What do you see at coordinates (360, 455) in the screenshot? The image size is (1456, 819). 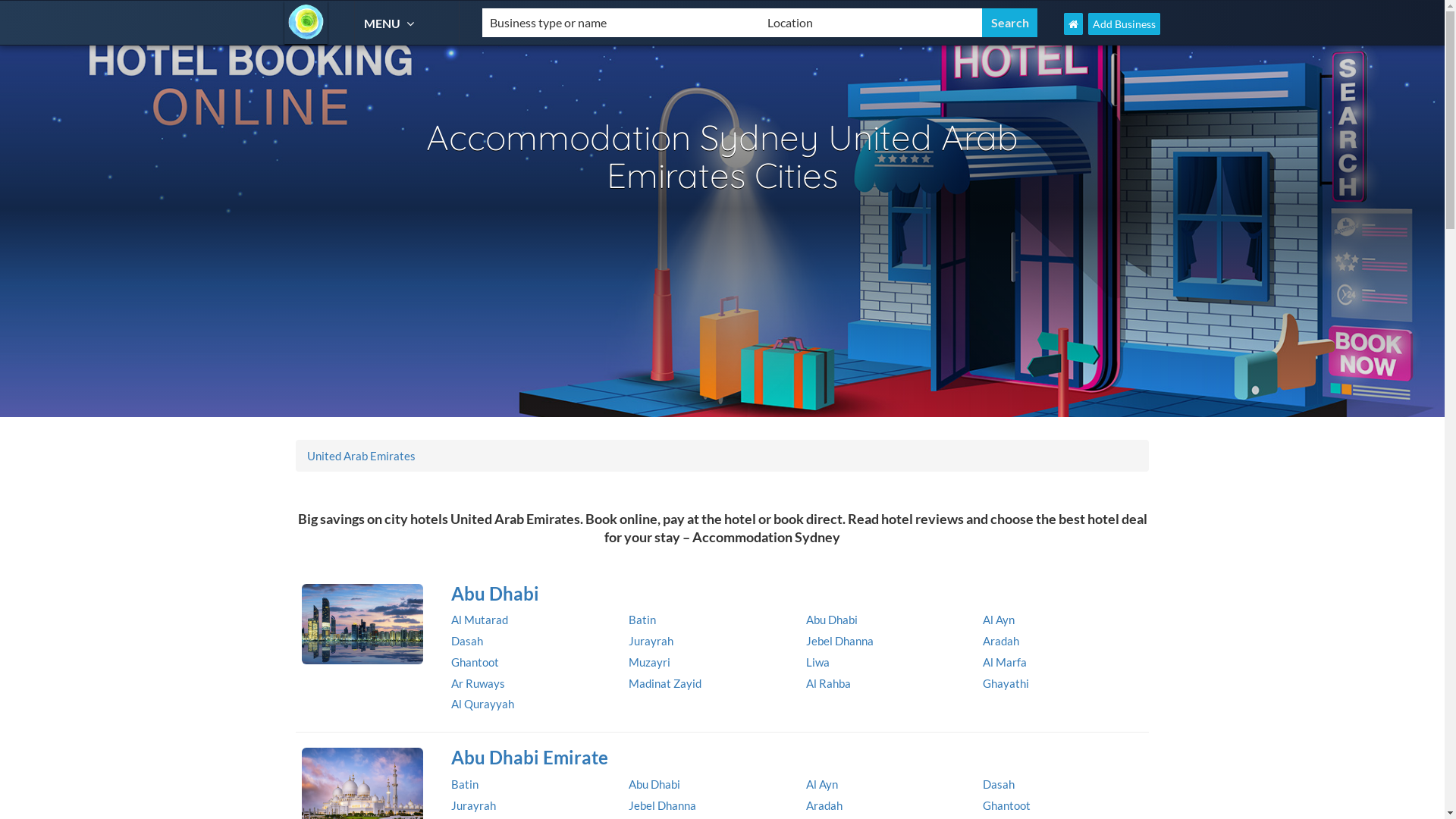 I see `'United Arab Emirates'` at bounding box center [360, 455].